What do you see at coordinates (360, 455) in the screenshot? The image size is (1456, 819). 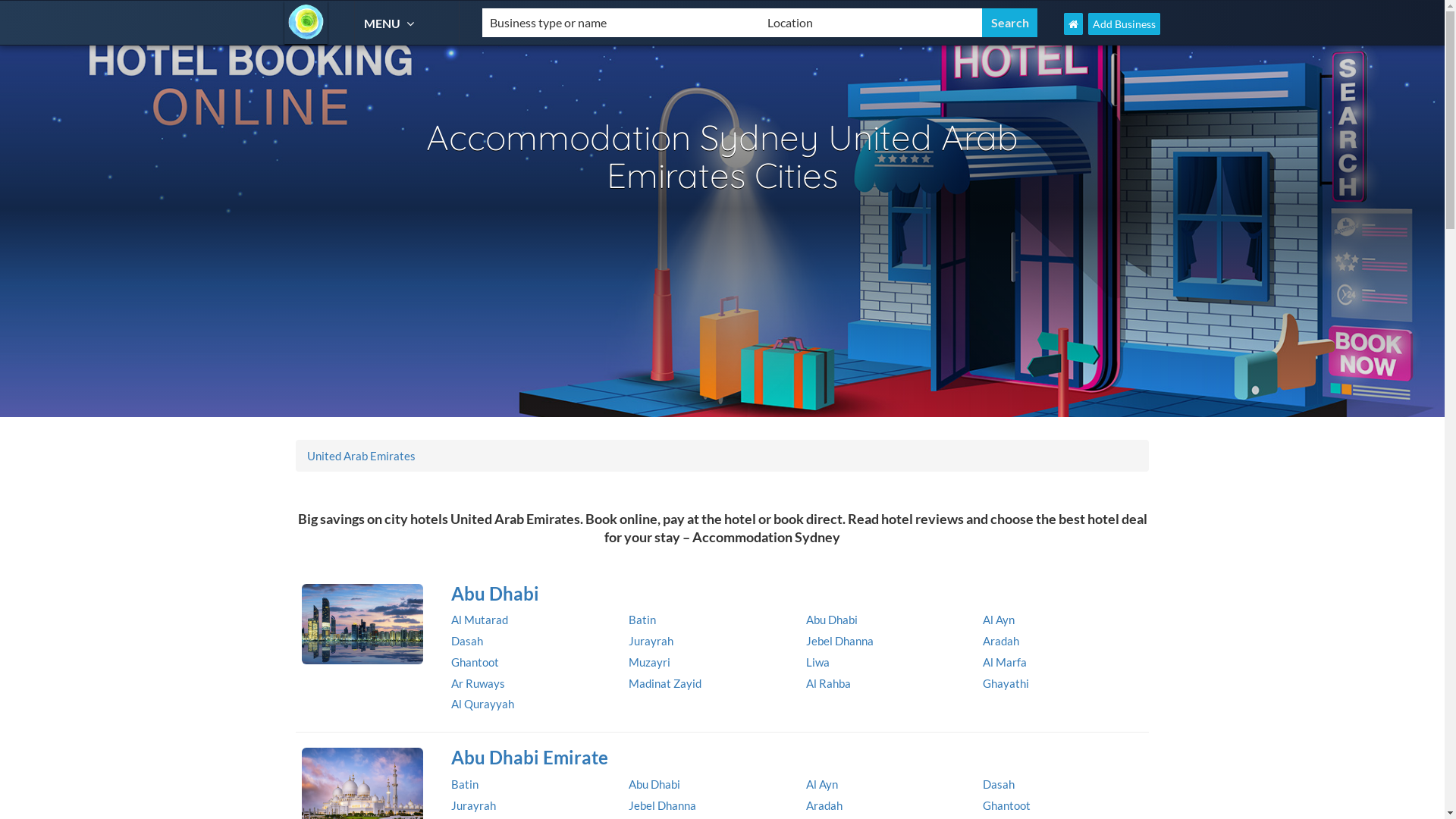 I see `'United Arab Emirates'` at bounding box center [360, 455].